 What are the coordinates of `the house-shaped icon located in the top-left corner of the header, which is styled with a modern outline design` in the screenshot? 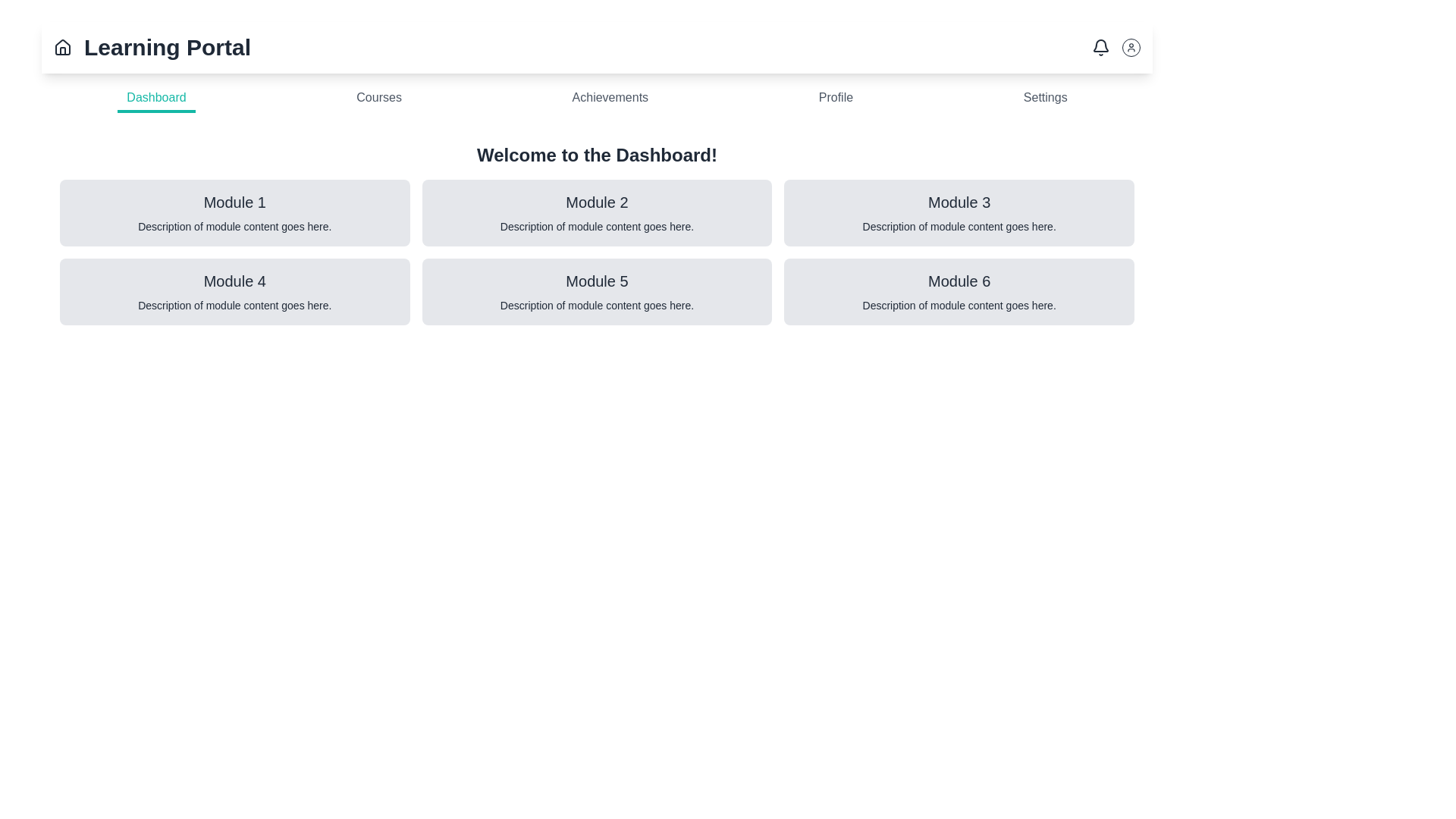 It's located at (61, 46).